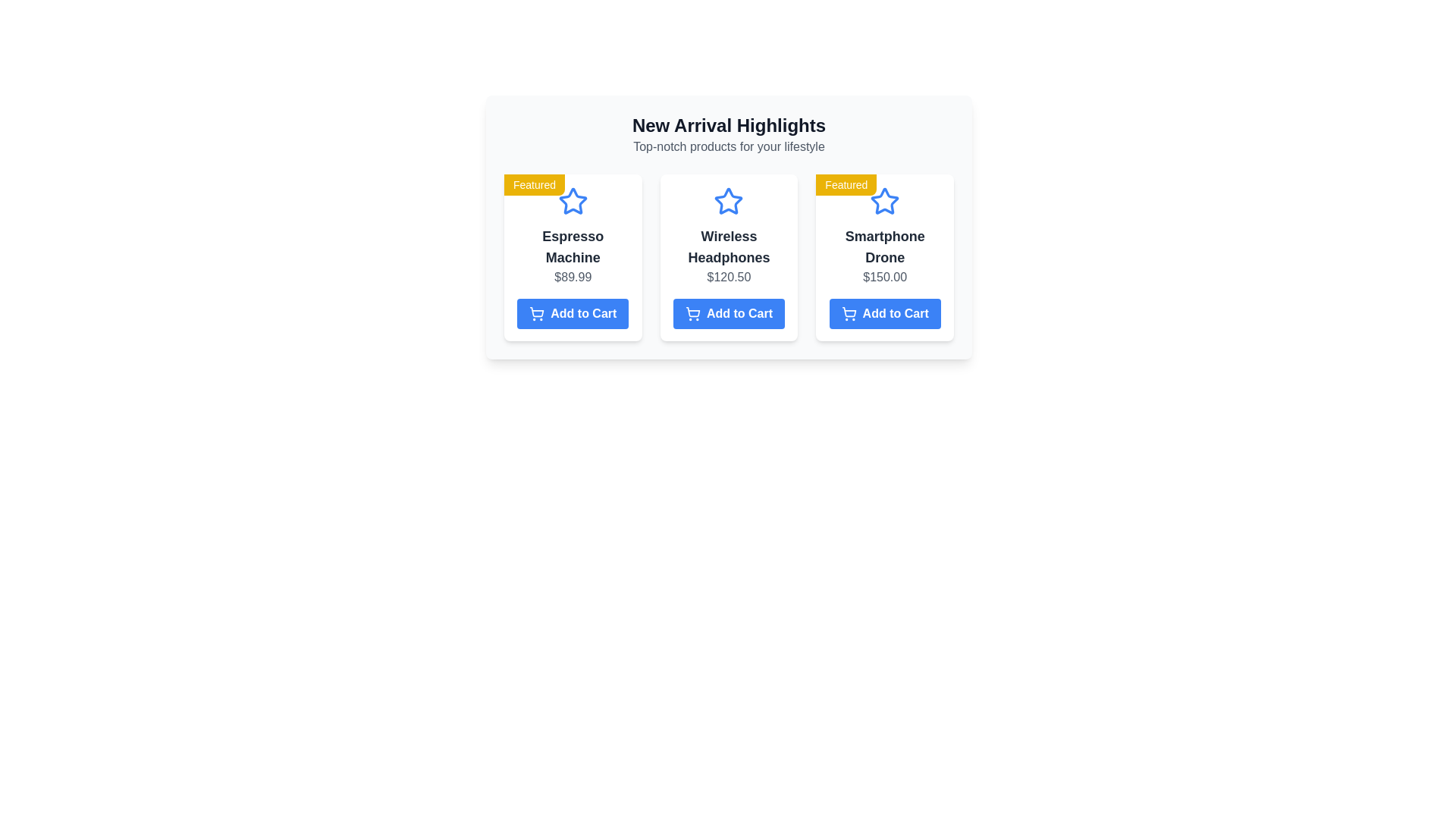 This screenshot has width=1456, height=819. I want to click on the static text label displaying the price of 'Wireless Headphones', located above the 'Add to Cart' button, so click(729, 278).